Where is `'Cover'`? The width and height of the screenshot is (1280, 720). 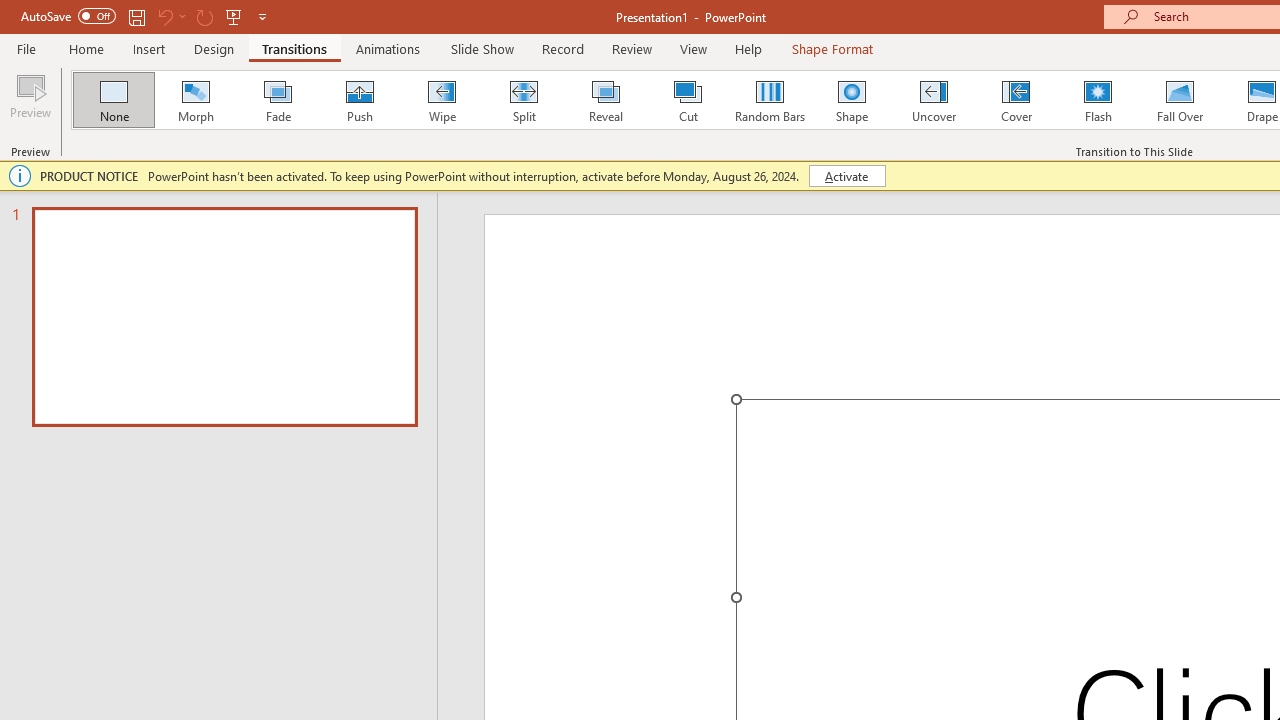 'Cover' is located at coordinates (1016, 100).